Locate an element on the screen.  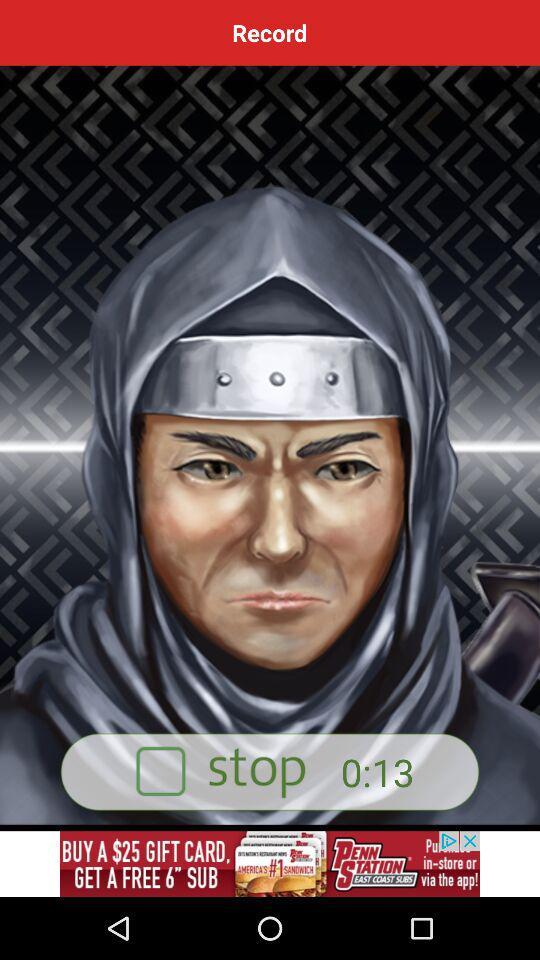
advertisement is located at coordinates (270, 771).